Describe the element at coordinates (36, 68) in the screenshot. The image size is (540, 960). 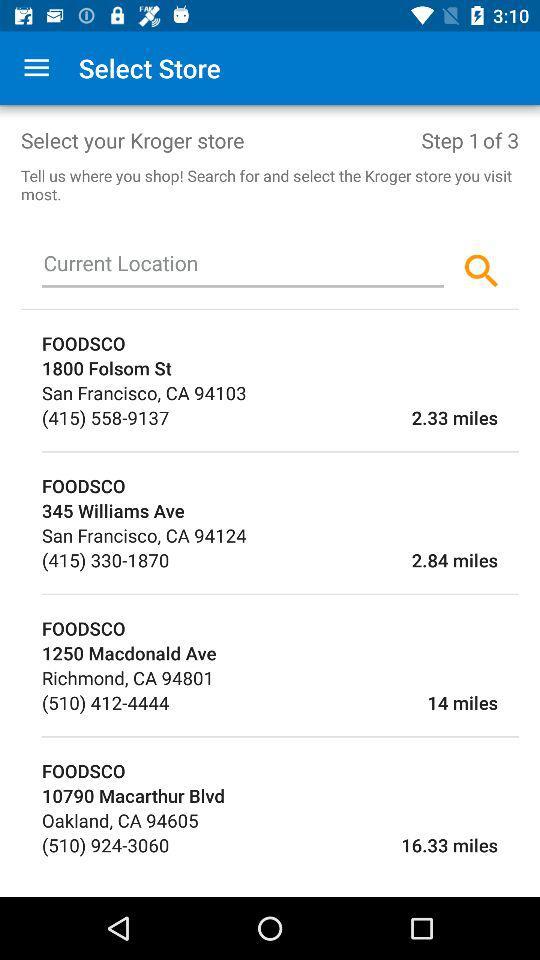
I see `app next to the select store` at that location.